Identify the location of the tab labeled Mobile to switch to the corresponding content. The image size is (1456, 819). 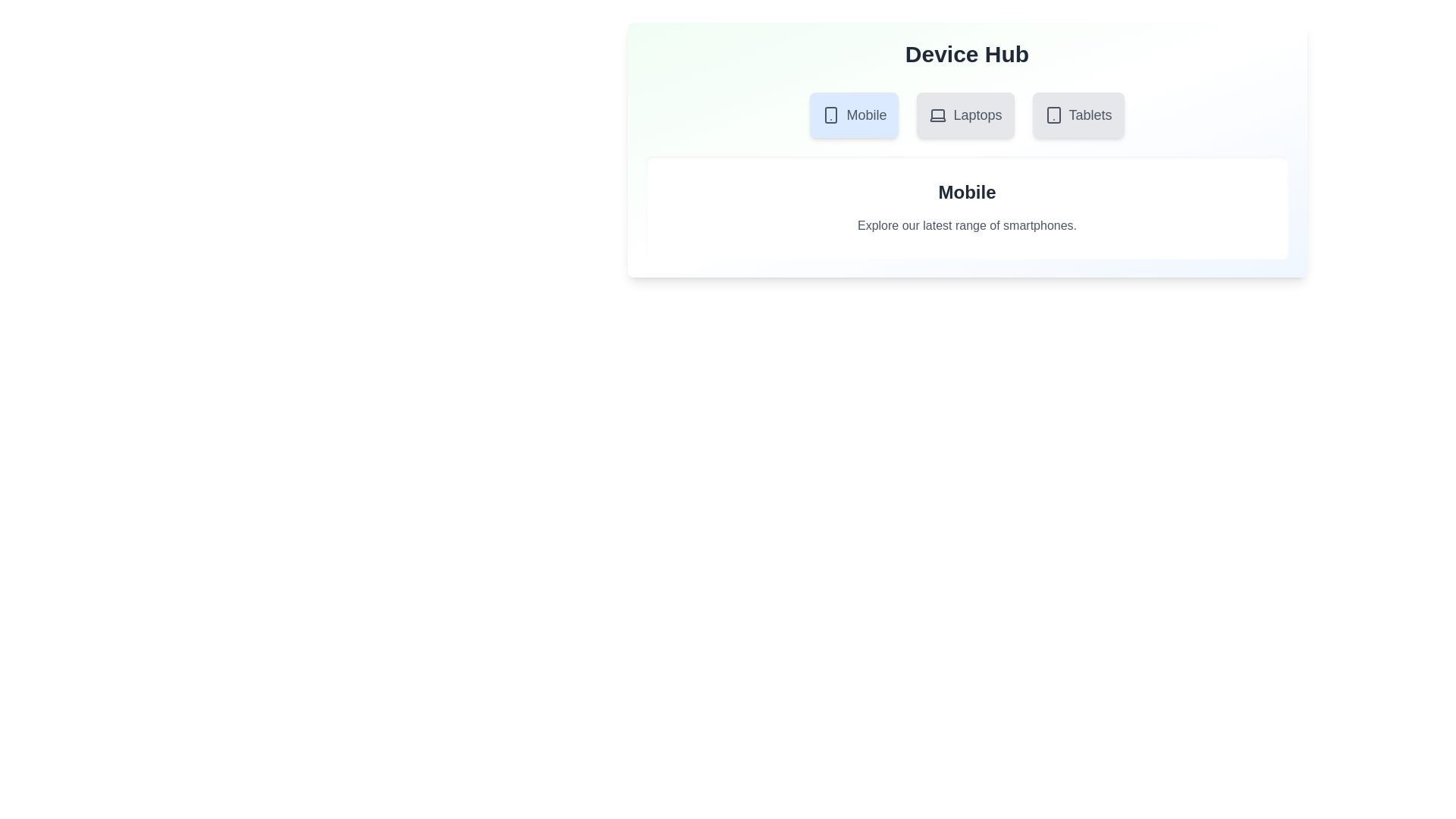
(854, 114).